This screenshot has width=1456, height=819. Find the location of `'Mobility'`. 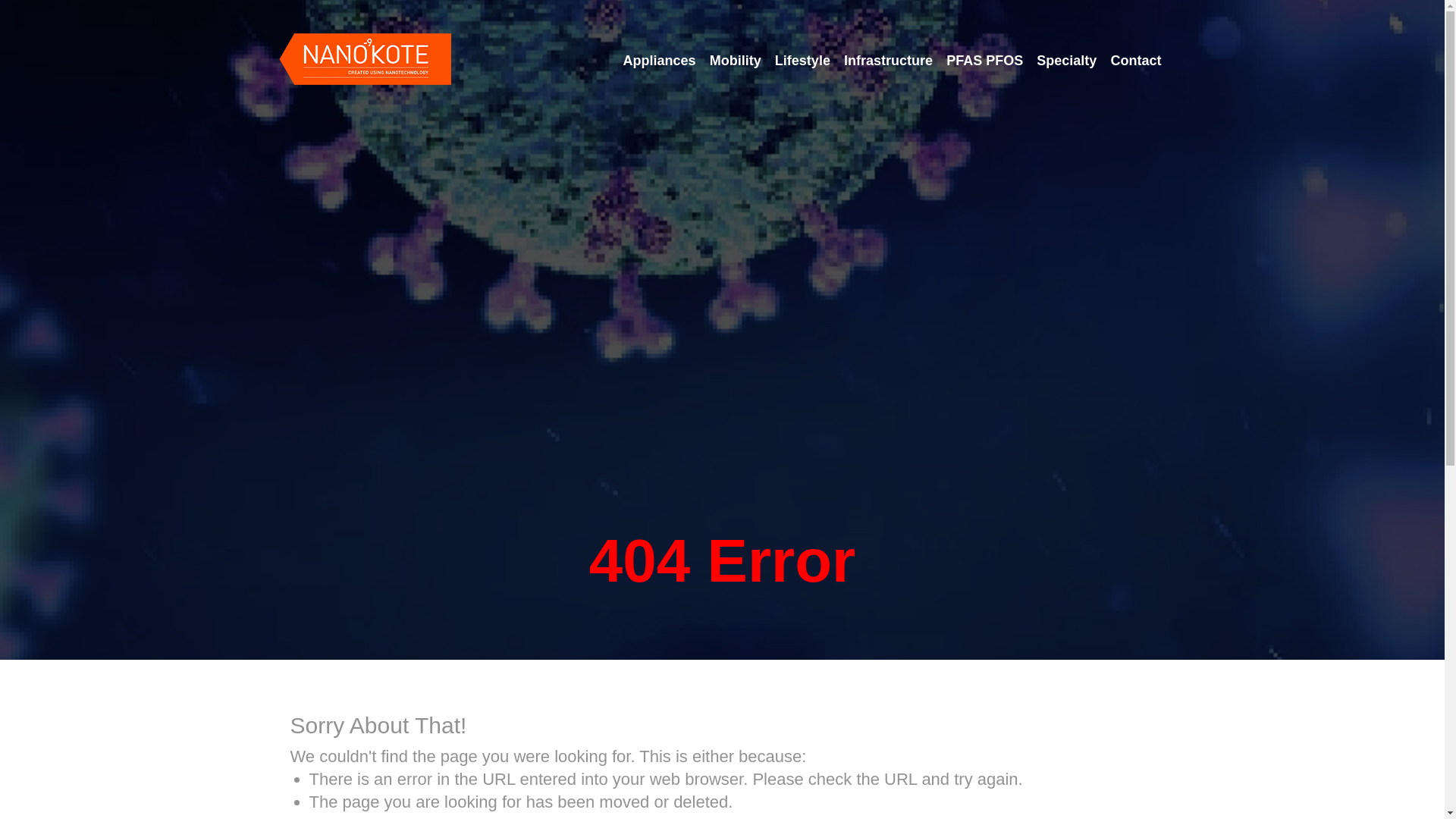

'Mobility' is located at coordinates (735, 60).